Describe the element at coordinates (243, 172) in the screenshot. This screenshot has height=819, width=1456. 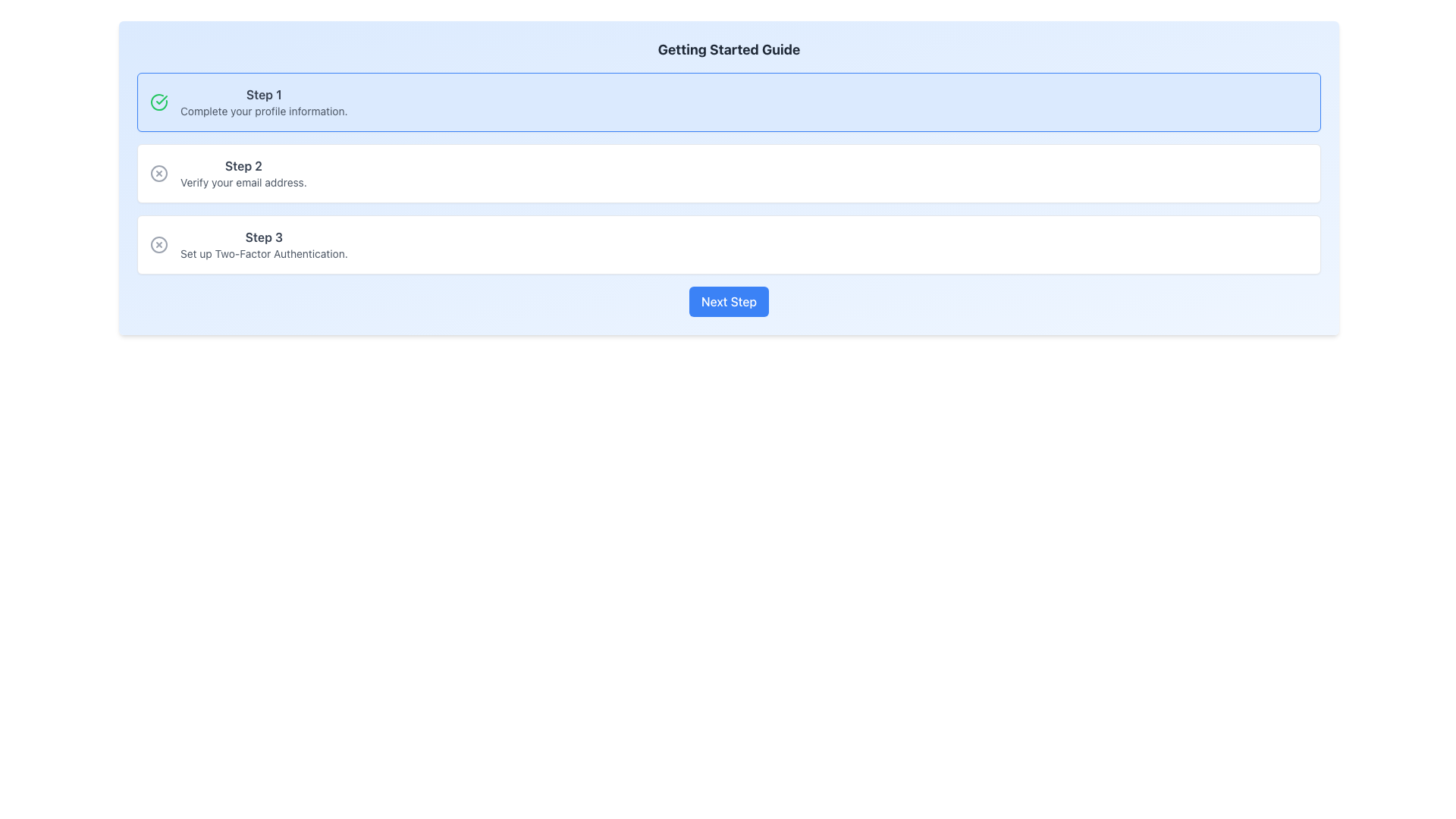
I see `the text block that displays 'Step 2' in bold, medium-sized, gray text and 'Verify your email address.' in smaller, lighter gray text, located in the center-left of the second step panel` at that location.